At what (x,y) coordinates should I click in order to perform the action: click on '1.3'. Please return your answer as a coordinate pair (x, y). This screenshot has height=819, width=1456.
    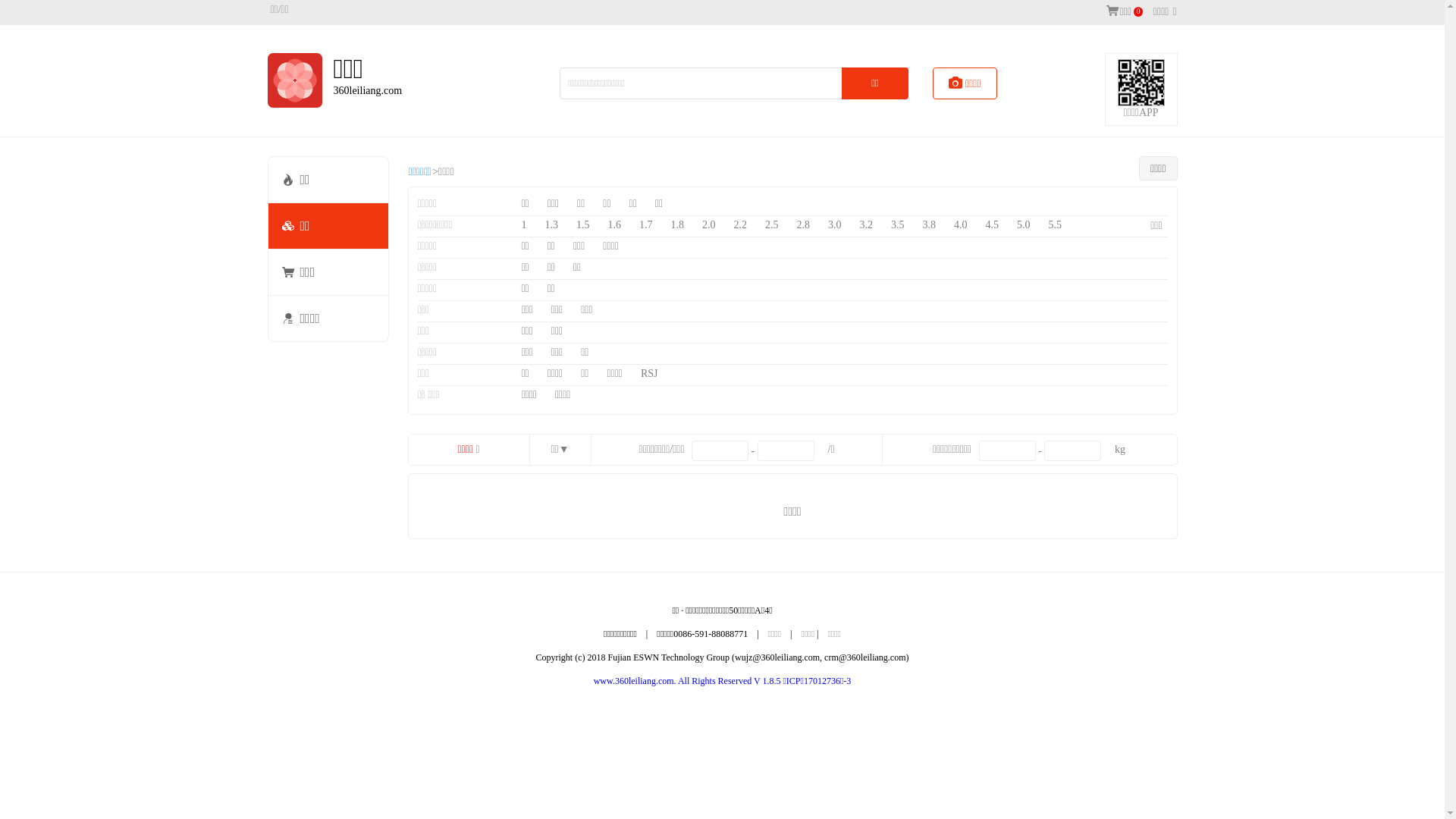
    Looking at the image, I should click on (551, 225).